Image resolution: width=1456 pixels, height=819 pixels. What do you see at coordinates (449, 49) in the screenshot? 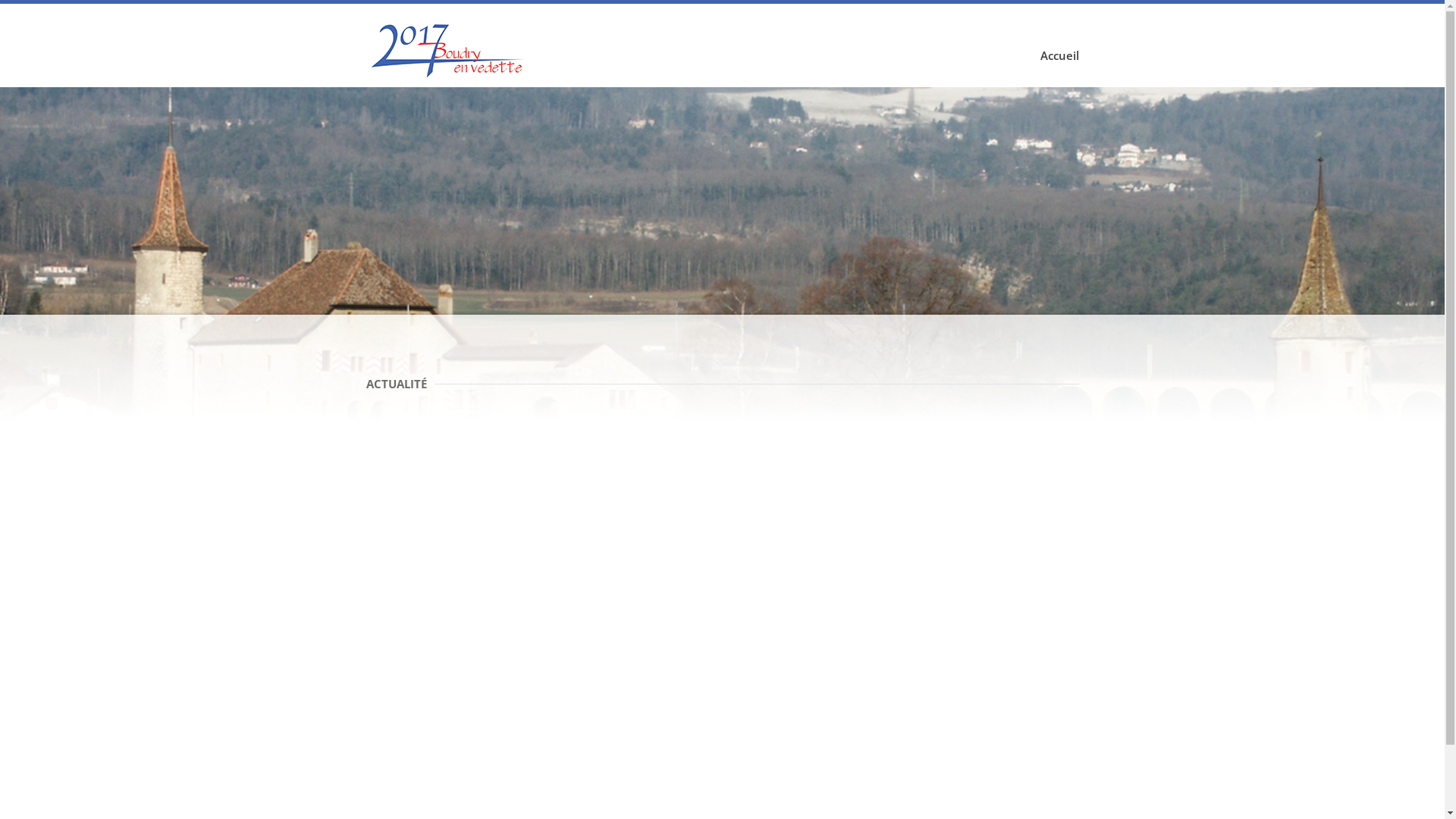
I see `'2017 Boudry'` at bounding box center [449, 49].